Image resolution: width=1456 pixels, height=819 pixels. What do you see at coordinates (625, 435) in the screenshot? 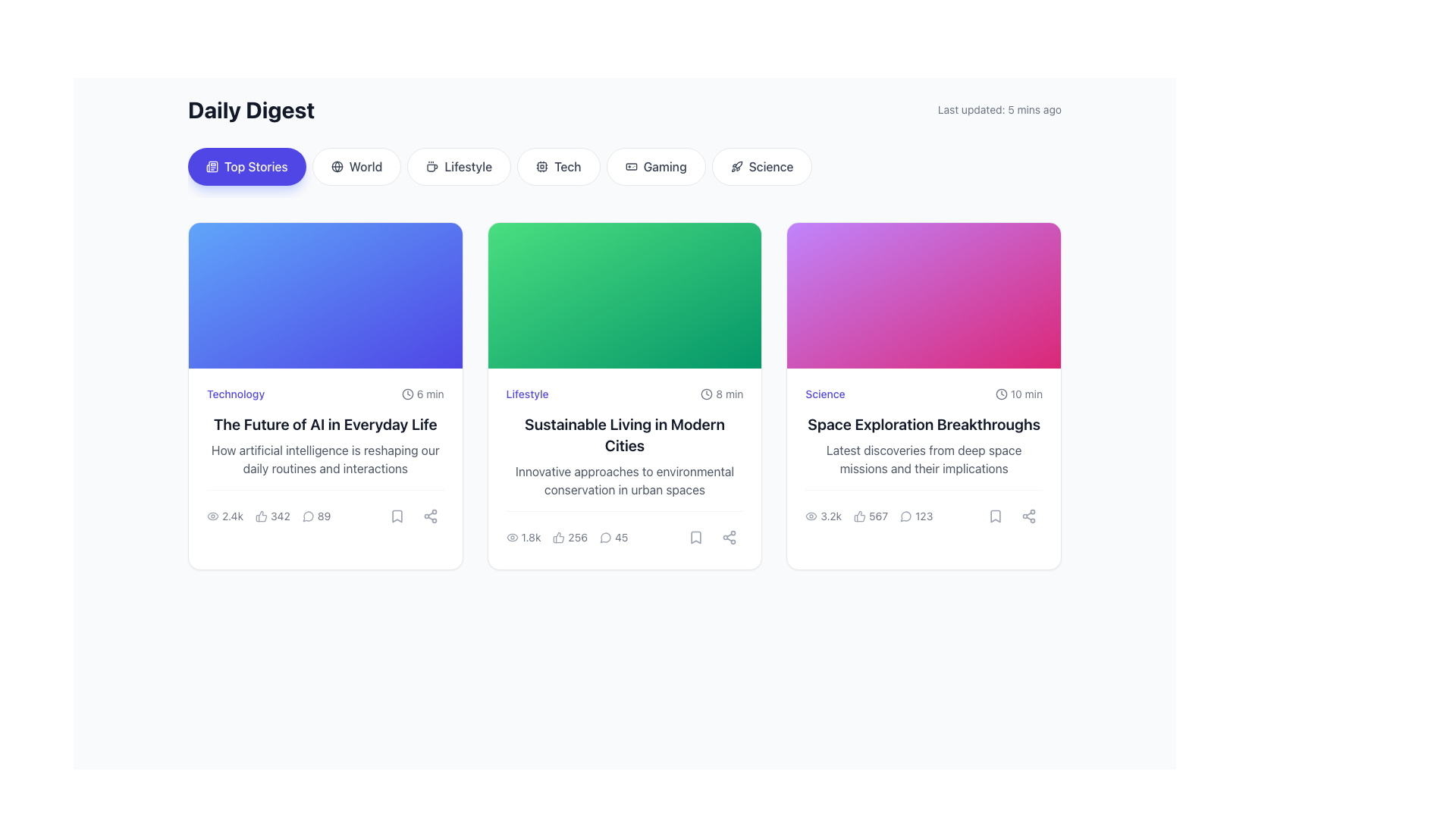
I see `text label that serves as the title or heading for the content presented in the central card of the three-card grid layout, located below 'Lifestyle' and to the left of 'Space Exploration Breakthroughs'` at bounding box center [625, 435].